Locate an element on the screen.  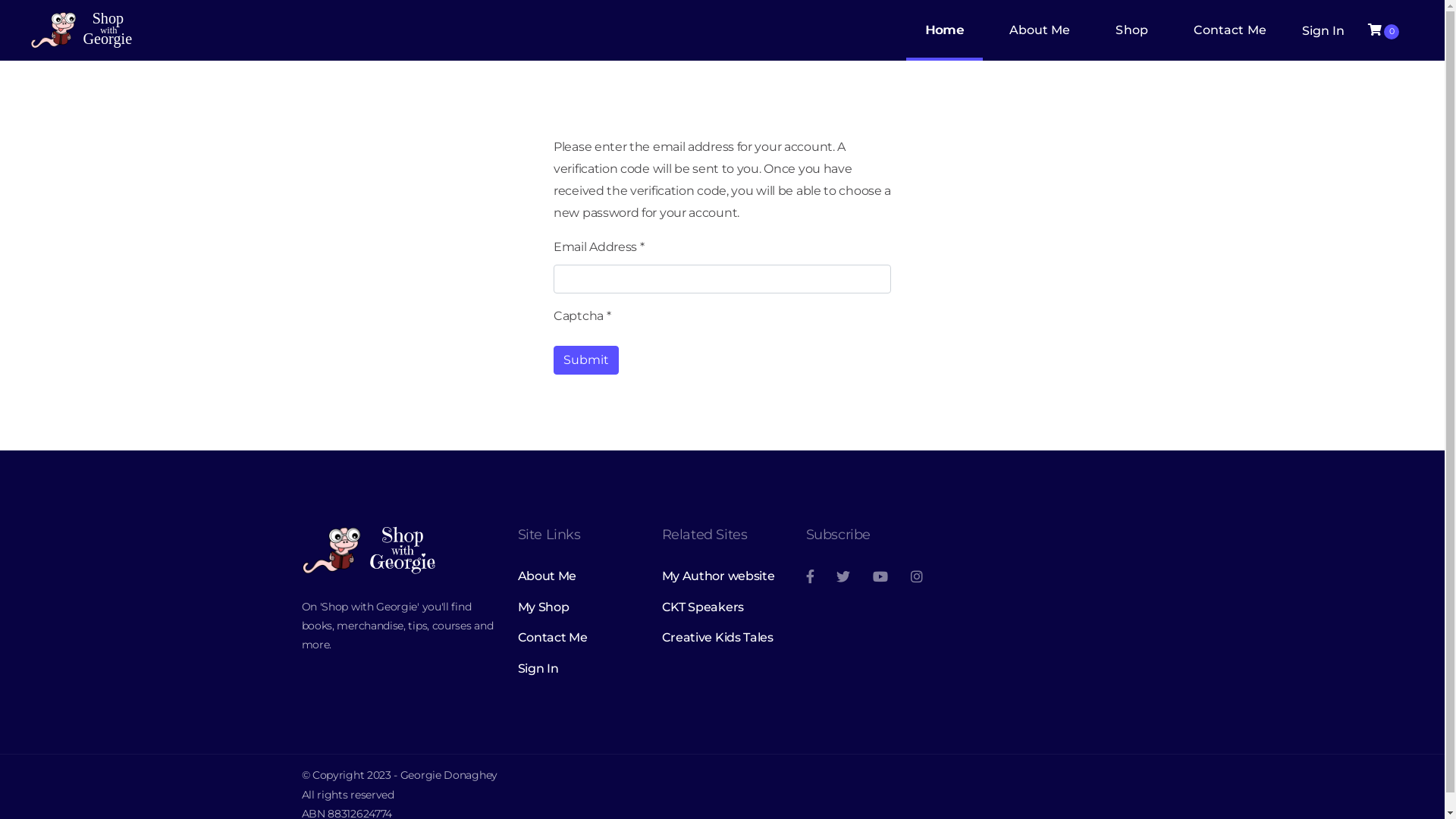
'Contact Me' is located at coordinates (516, 637).